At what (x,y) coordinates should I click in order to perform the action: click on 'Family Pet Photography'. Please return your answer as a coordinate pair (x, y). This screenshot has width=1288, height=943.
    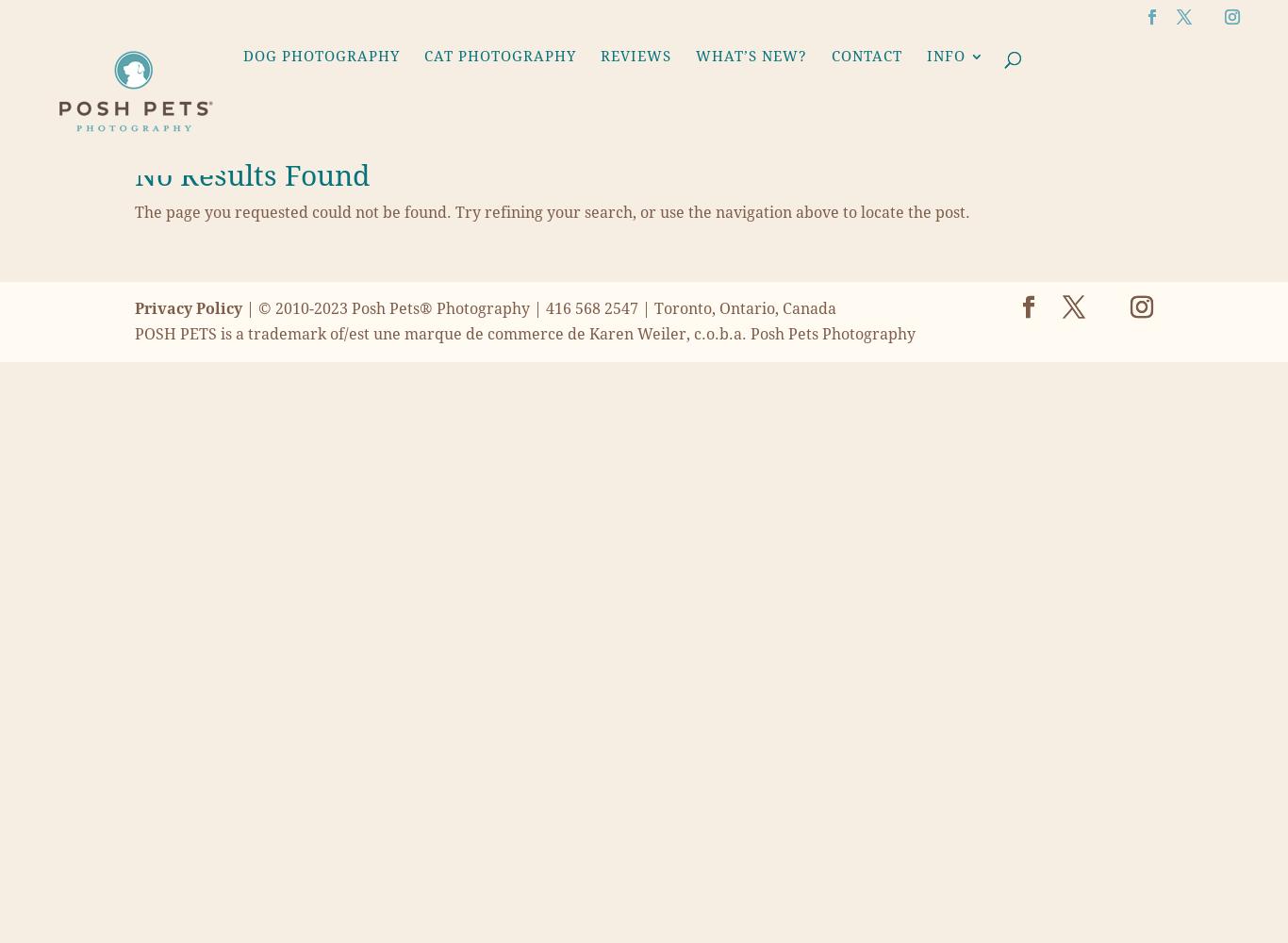
    Looking at the image, I should click on (796, 500).